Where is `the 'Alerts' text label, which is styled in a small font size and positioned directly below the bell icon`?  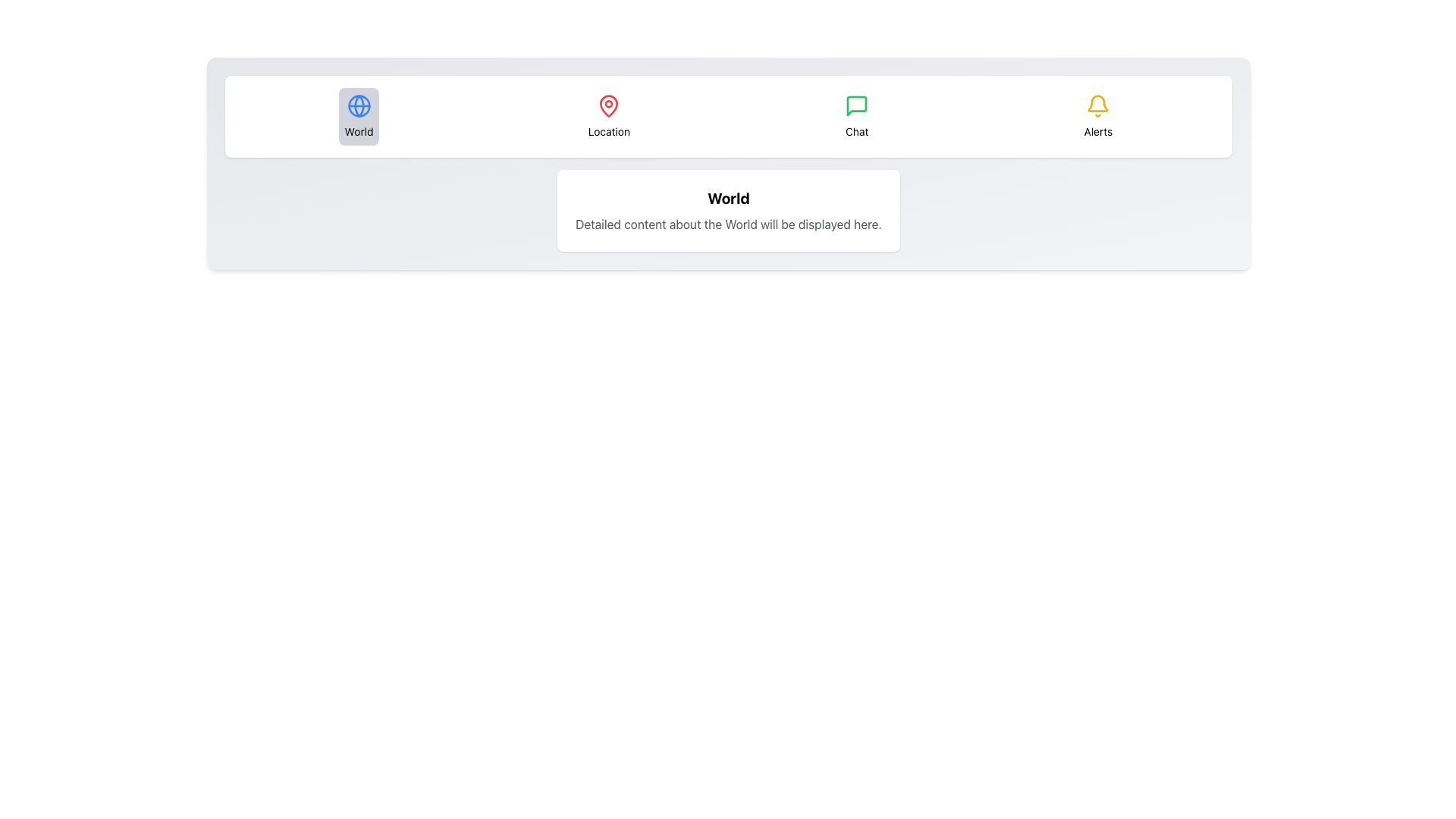
the 'Alerts' text label, which is styled in a small font size and positioned directly below the bell icon is located at coordinates (1098, 130).